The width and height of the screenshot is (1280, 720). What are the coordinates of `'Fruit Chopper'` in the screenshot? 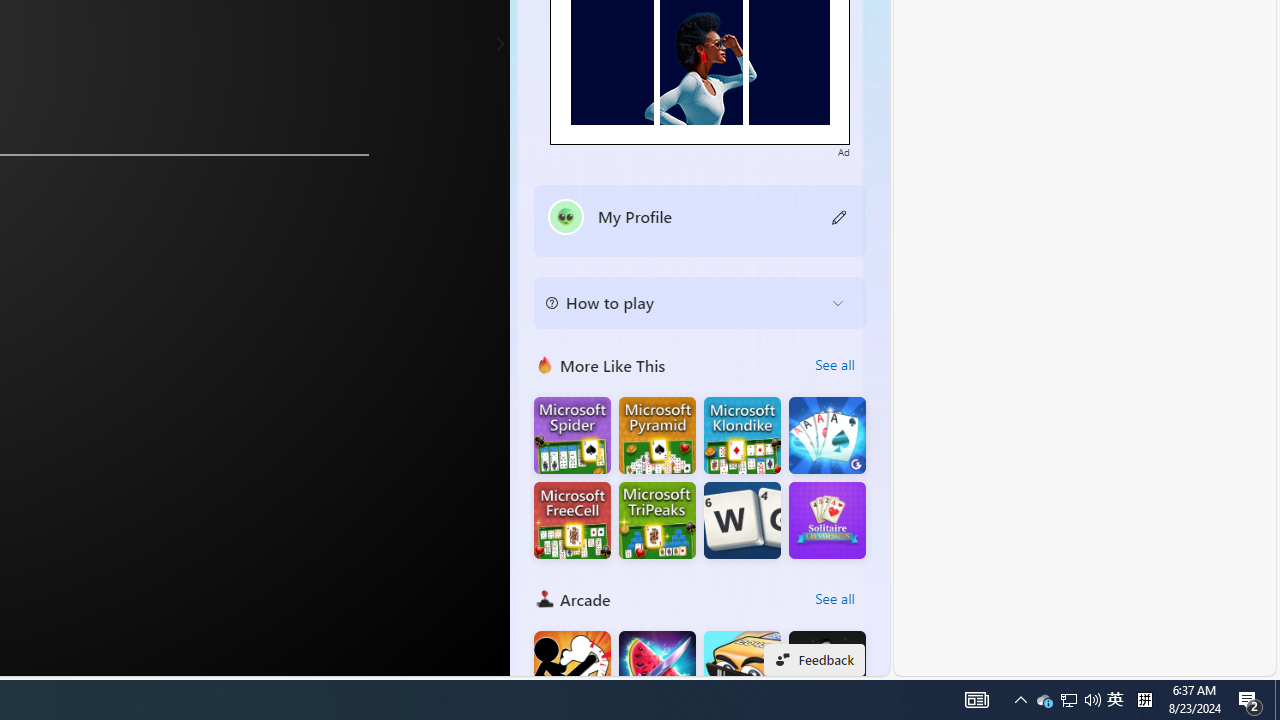 It's located at (657, 669).